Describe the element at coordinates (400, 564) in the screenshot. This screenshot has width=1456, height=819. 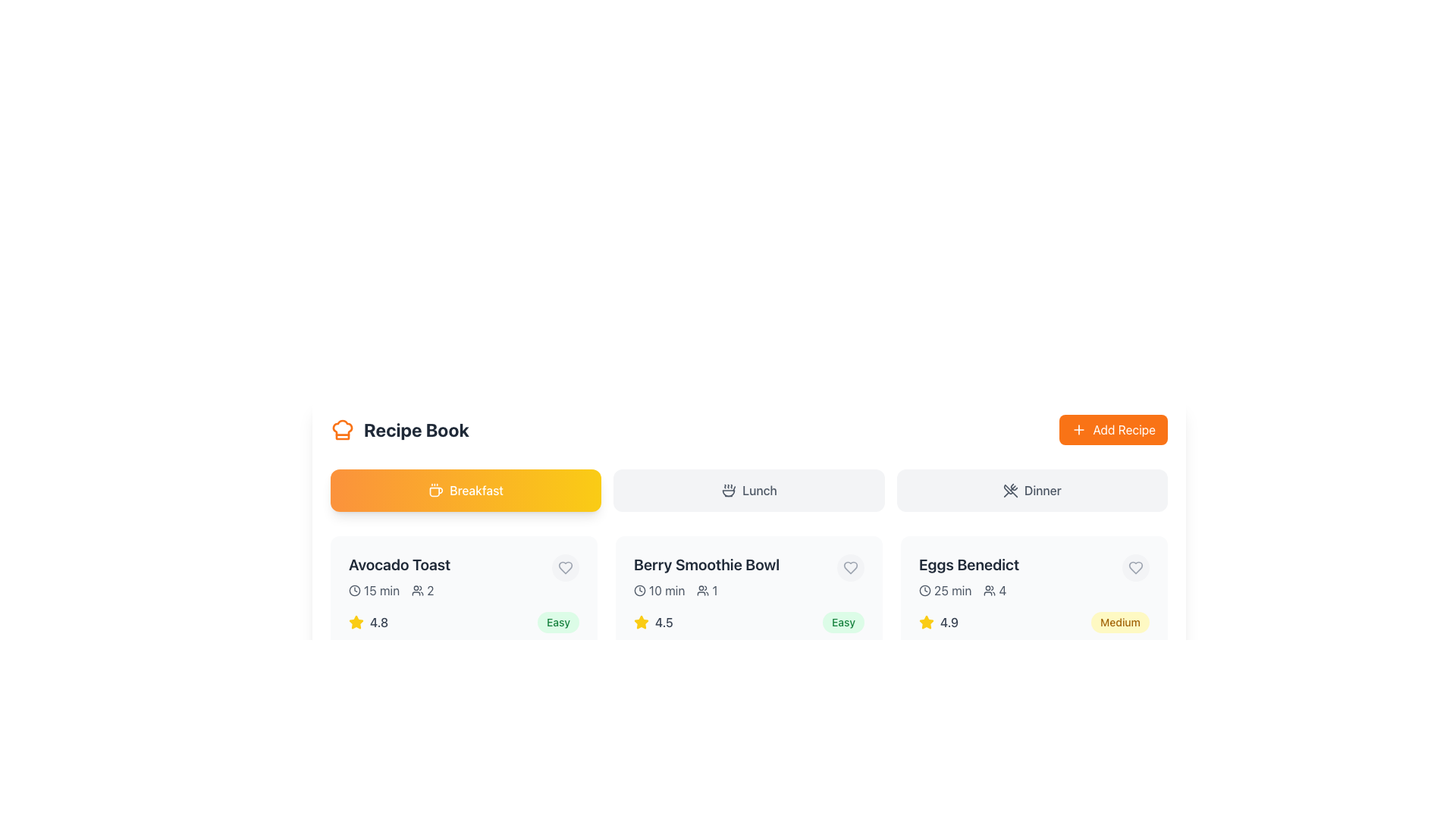
I see `the text label displaying 'Avocado Toast', which is in bold and dark gray font, located at the top of the recipe card component` at that location.